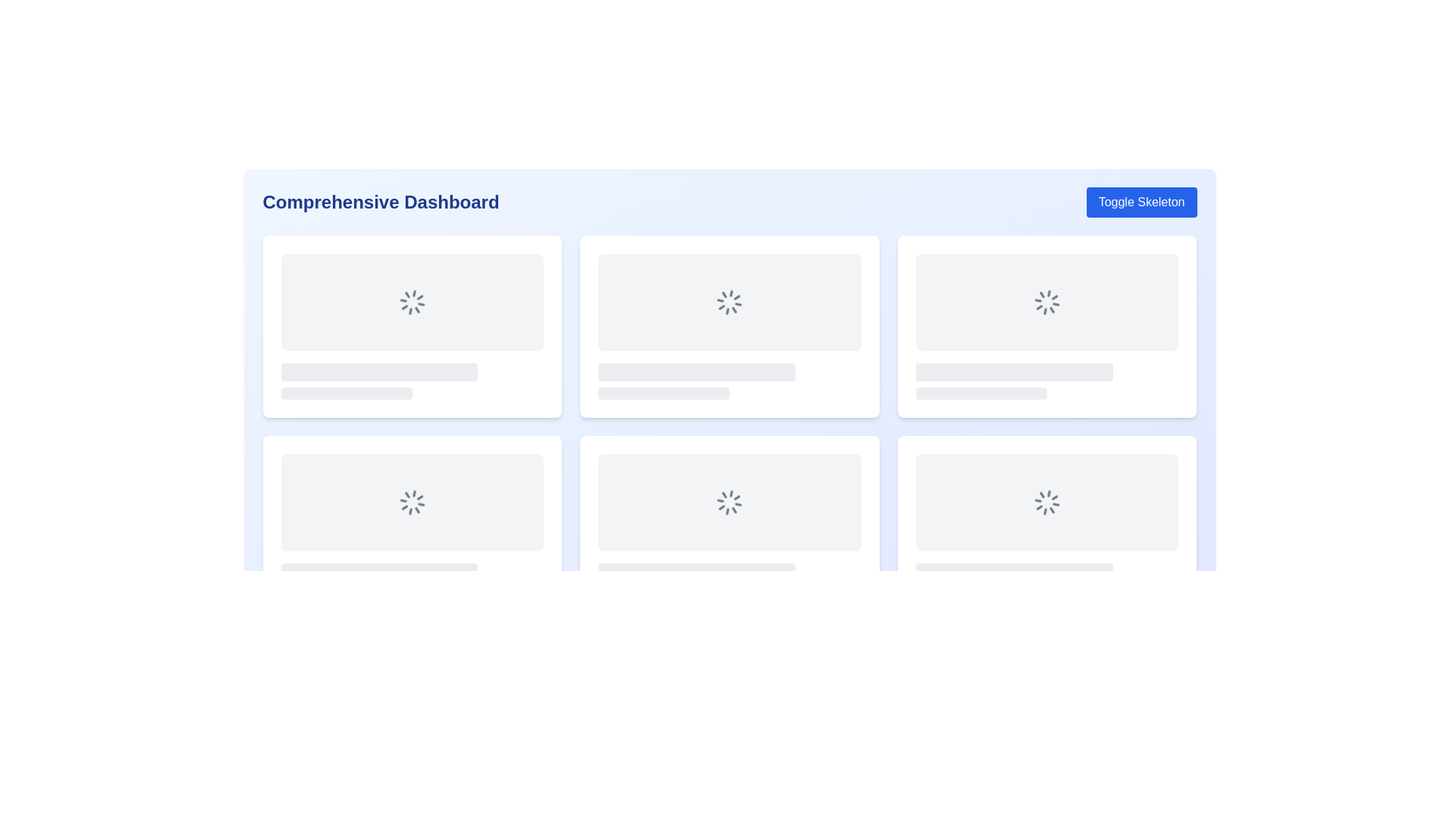 The height and width of the screenshot is (819, 1456). Describe the element at coordinates (1141, 201) in the screenshot. I see `the toggle visibility button for 'skeleton' elements located in the top-right corner of the 'Comprehensive Dashboard' section` at that location.